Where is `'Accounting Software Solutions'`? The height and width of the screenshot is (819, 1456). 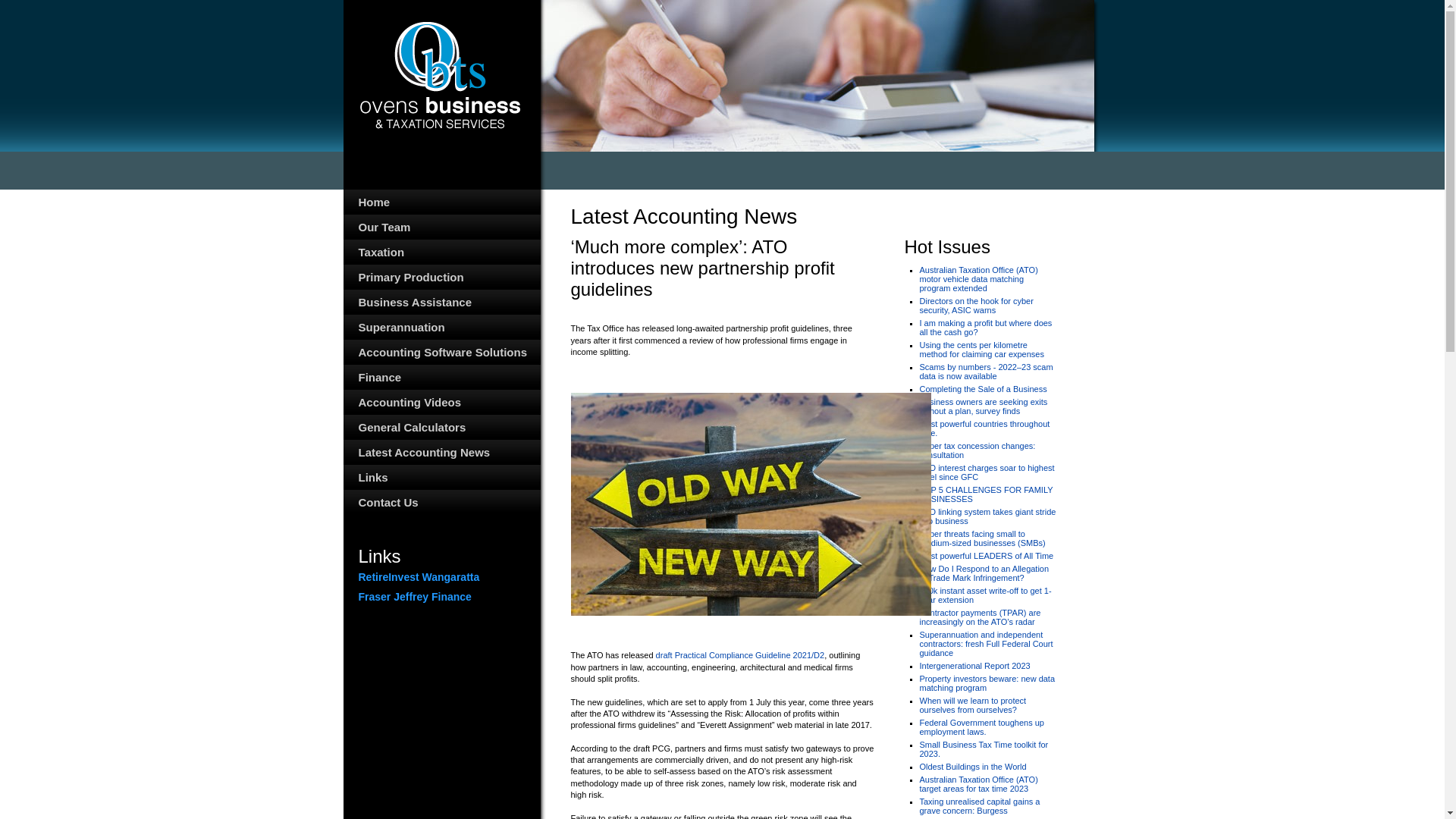
'Accounting Software Solutions' is located at coordinates (440, 352).